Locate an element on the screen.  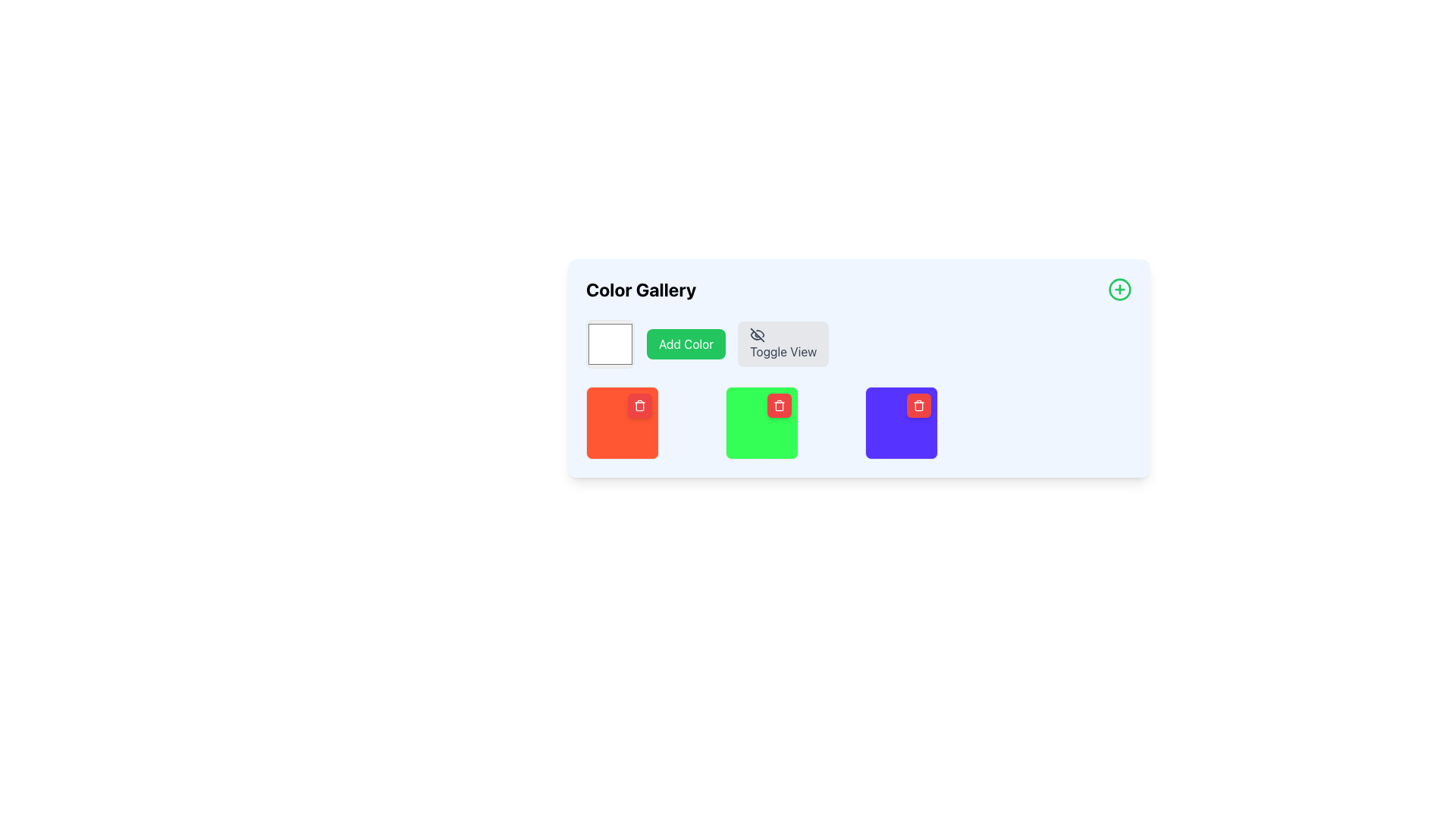
the small red Action button with a white trash icon is located at coordinates (640, 405).